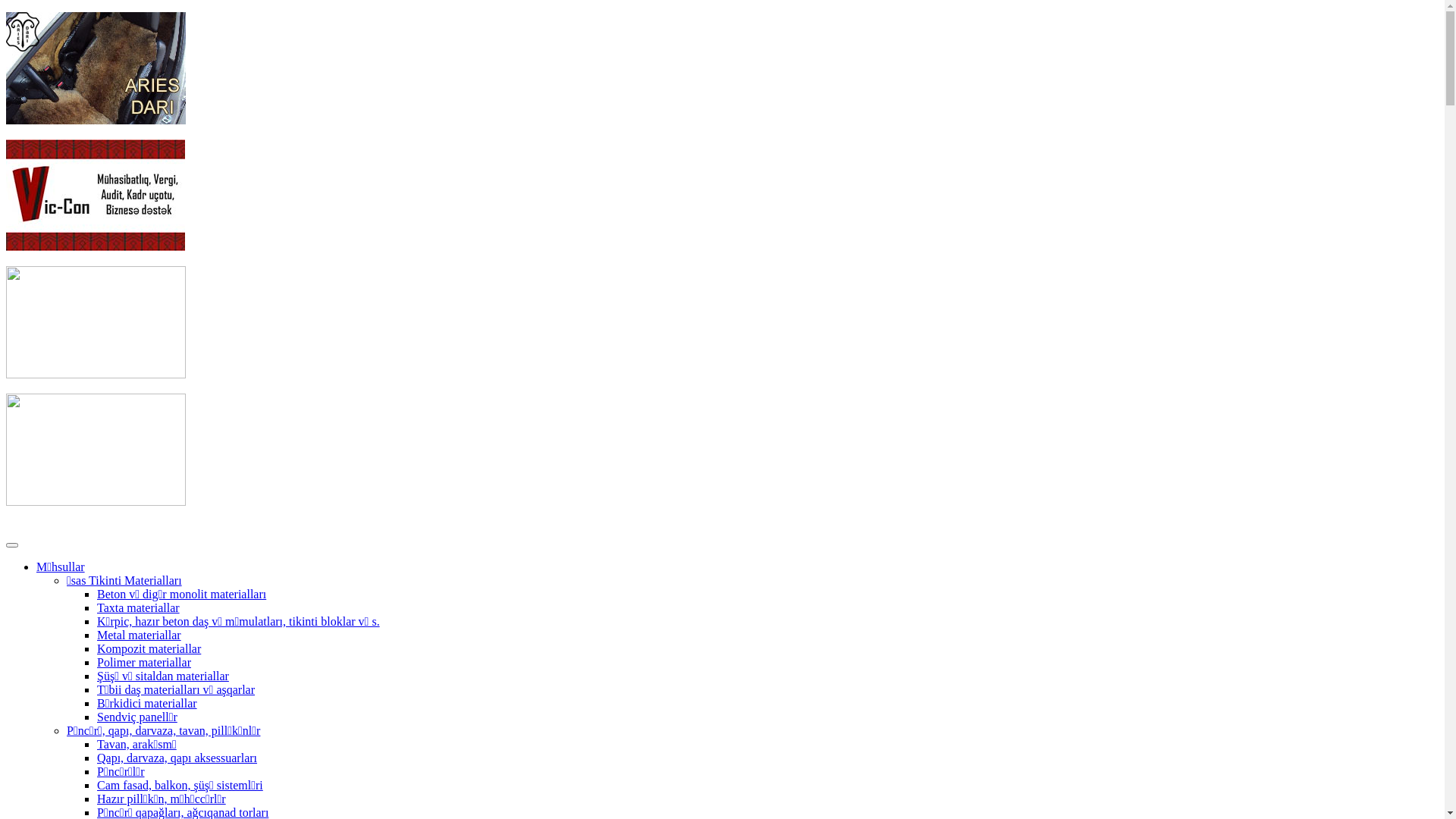 The width and height of the screenshot is (1456, 819). What do you see at coordinates (149, 648) in the screenshot?
I see `'Kompozit materiallar'` at bounding box center [149, 648].